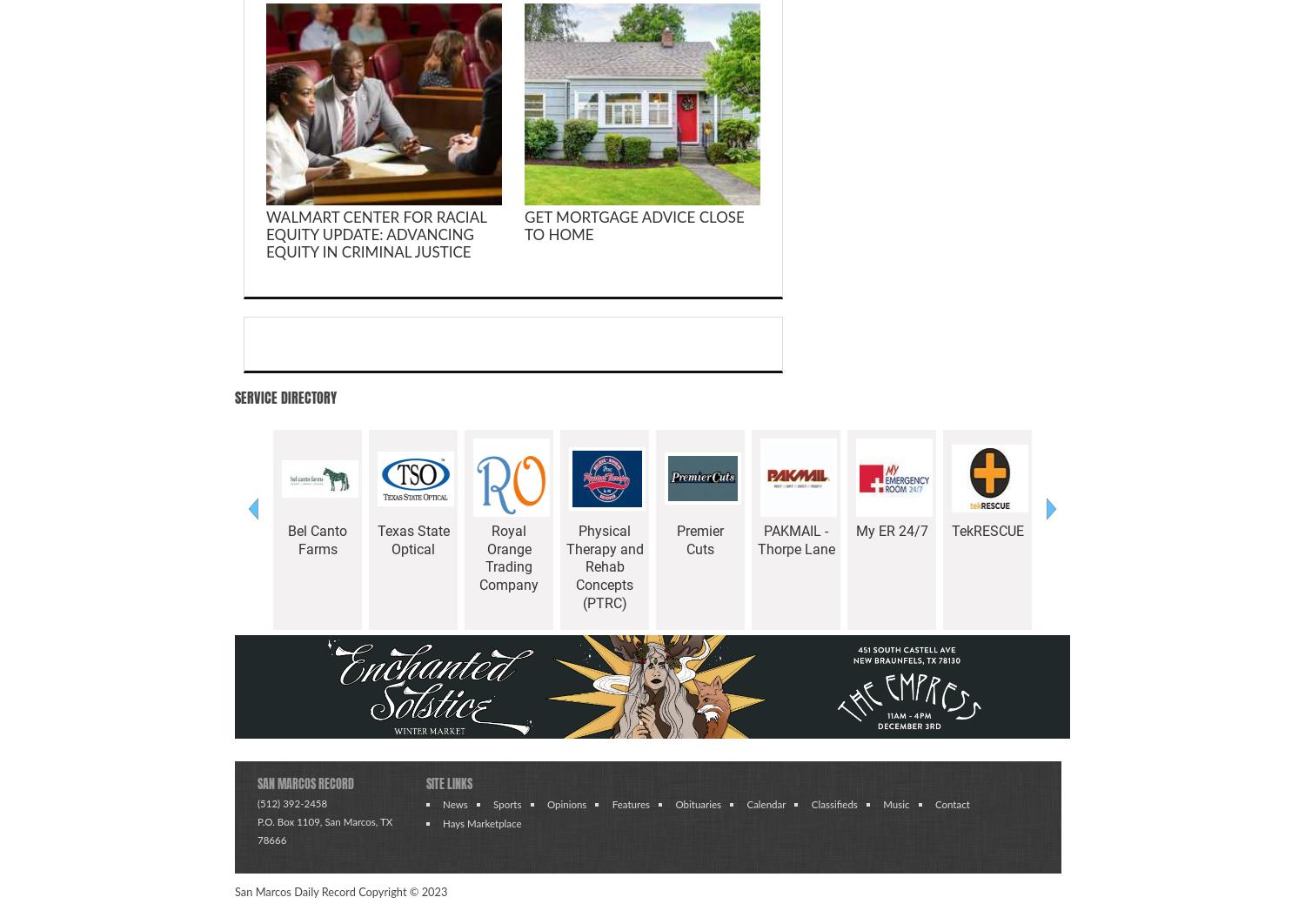 This screenshot has width=1305, height=924. I want to click on 'Physical Therapy and Rehab Concepts (PTRC)', so click(603, 566).